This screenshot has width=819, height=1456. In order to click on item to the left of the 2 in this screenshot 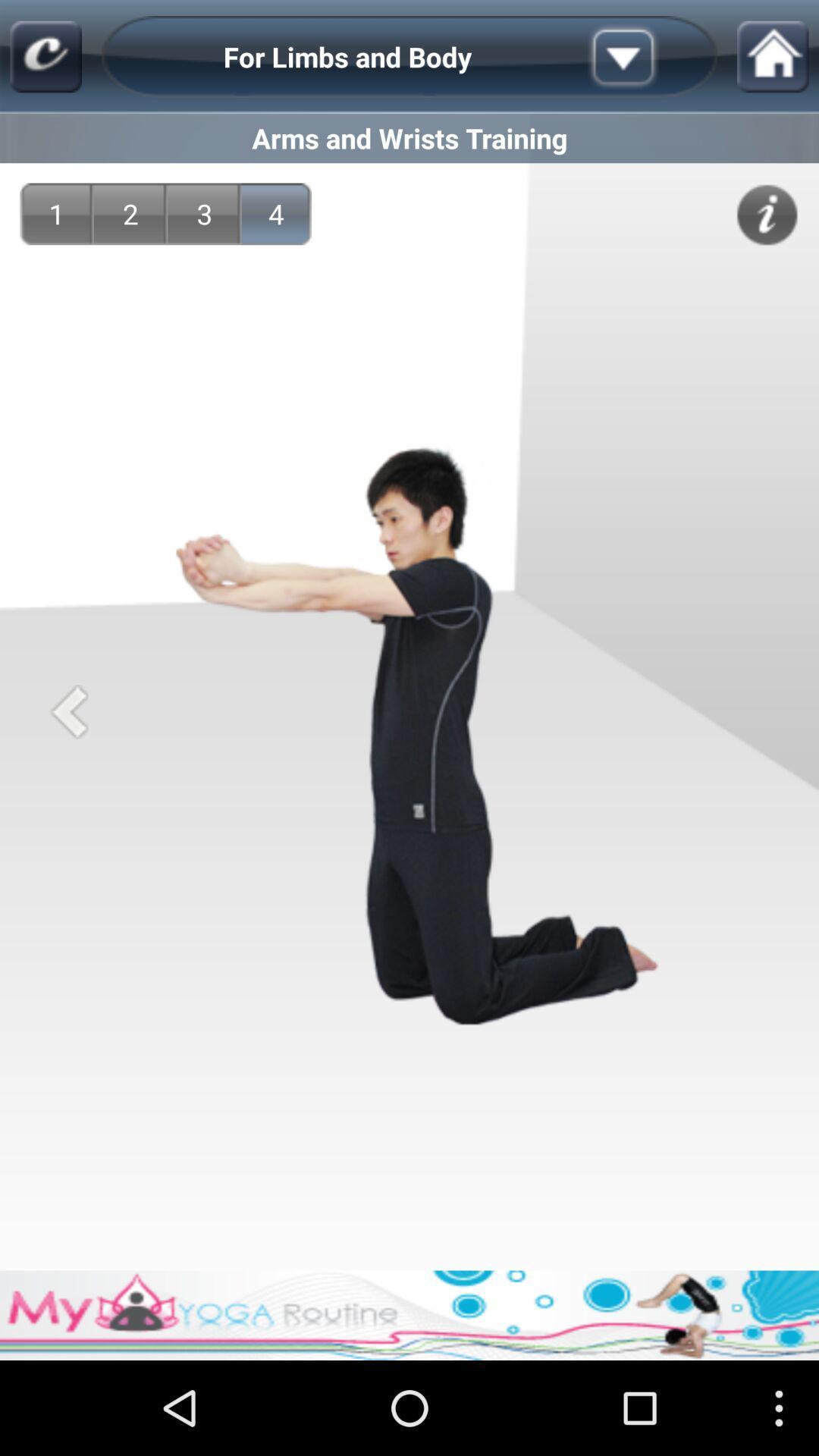, I will do `click(55, 213)`.